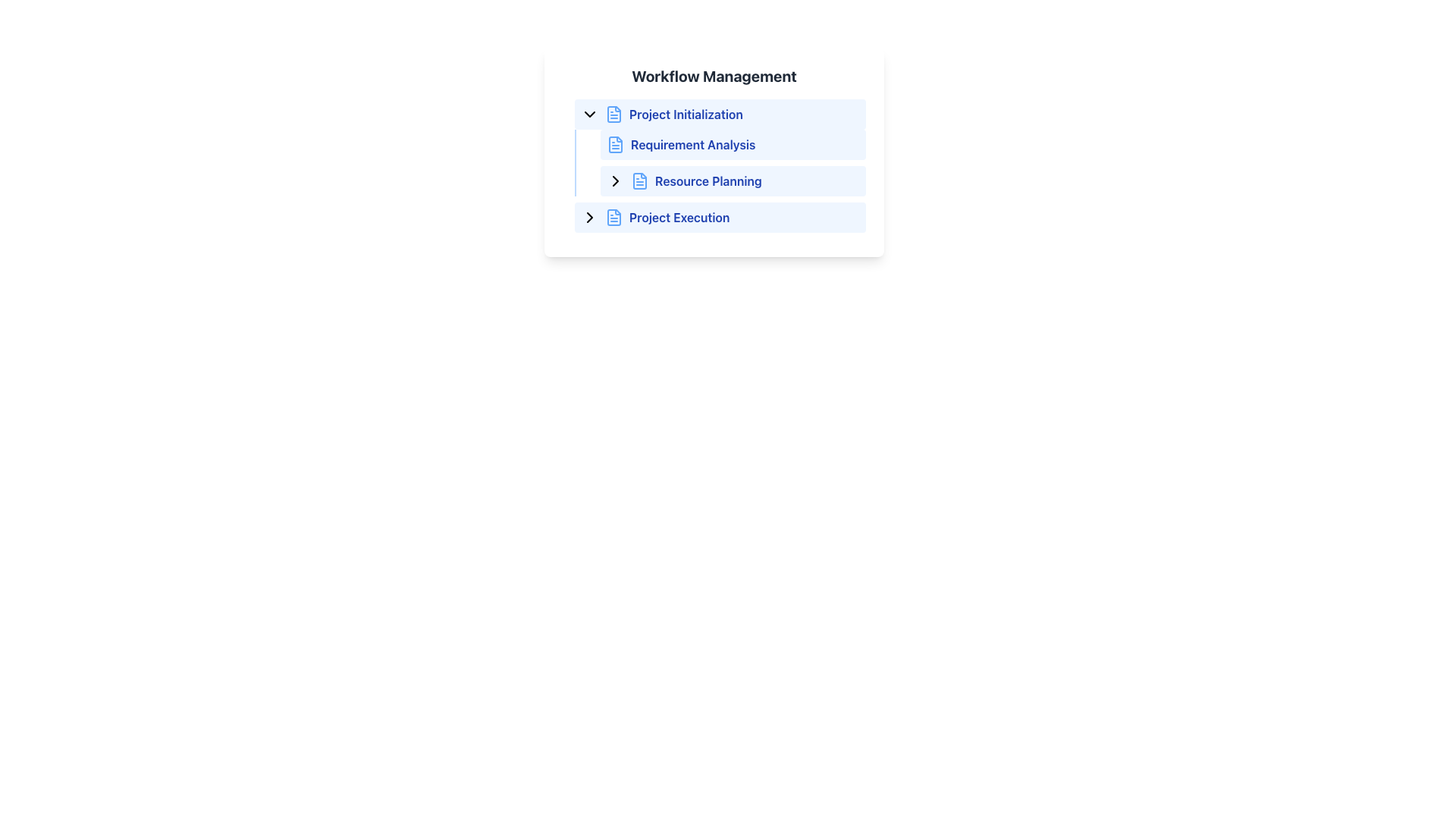 This screenshot has width=1456, height=819. Describe the element at coordinates (615, 145) in the screenshot. I see `the document icon with a blue outline located to the left of the text 'Requirement Analysis' in the 'Project Initialization' section of the 'Workflow Management' hierarchy` at that location.